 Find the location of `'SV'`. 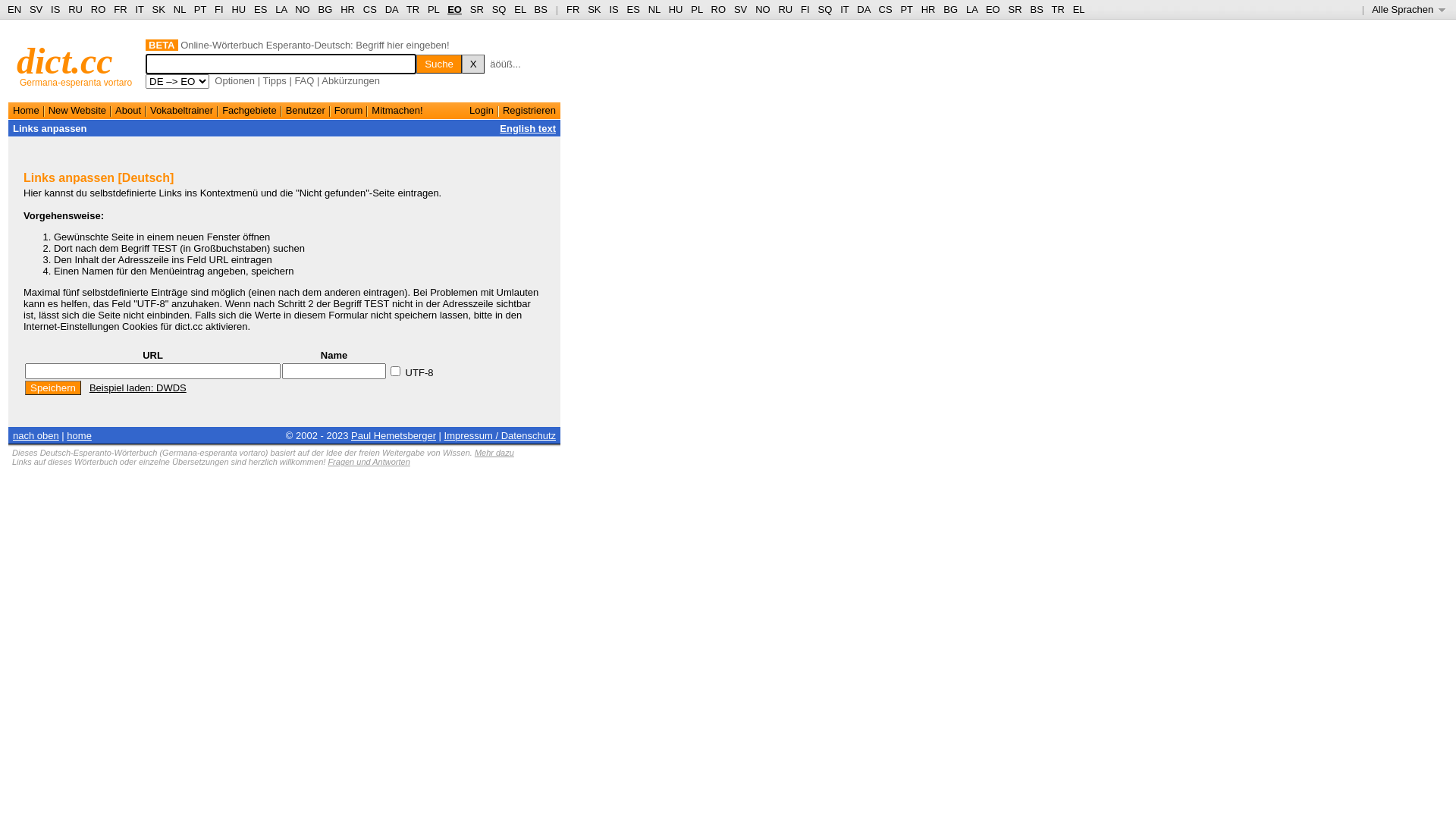

'SV' is located at coordinates (740, 9).